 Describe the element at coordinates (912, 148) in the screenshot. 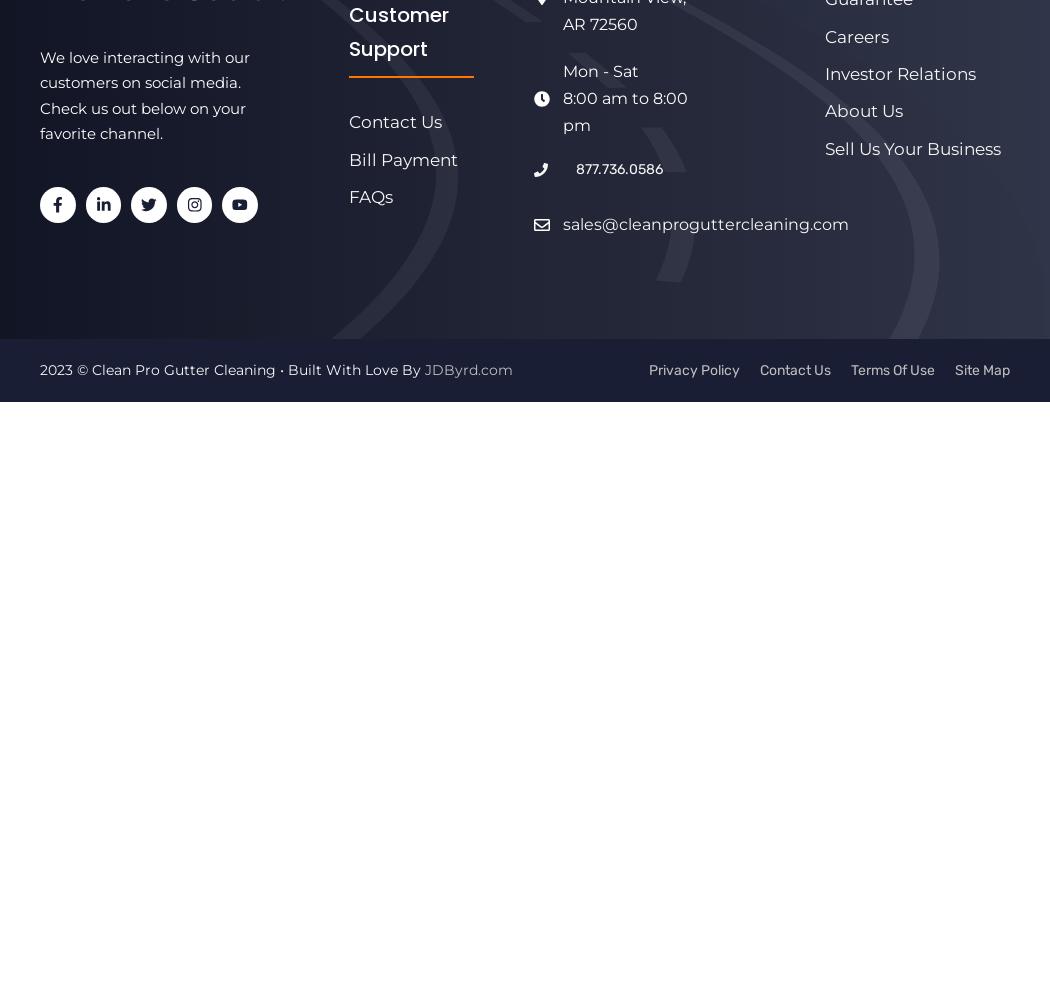

I see `'Sell Us Your Business'` at that location.